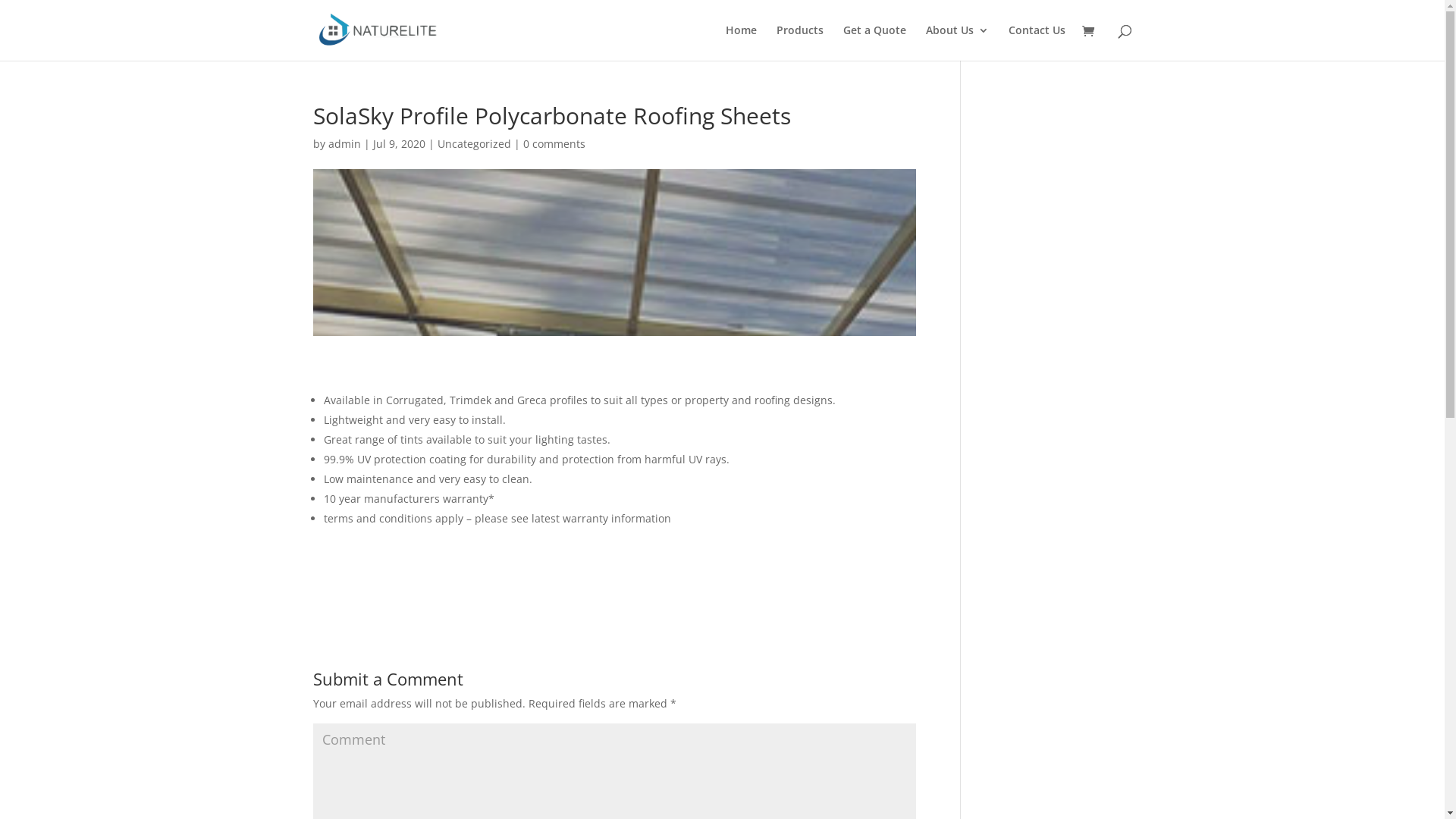 The width and height of the screenshot is (1456, 819). Describe the element at coordinates (1036, 42) in the screenshot. I see `'Contact Us'` at that location.